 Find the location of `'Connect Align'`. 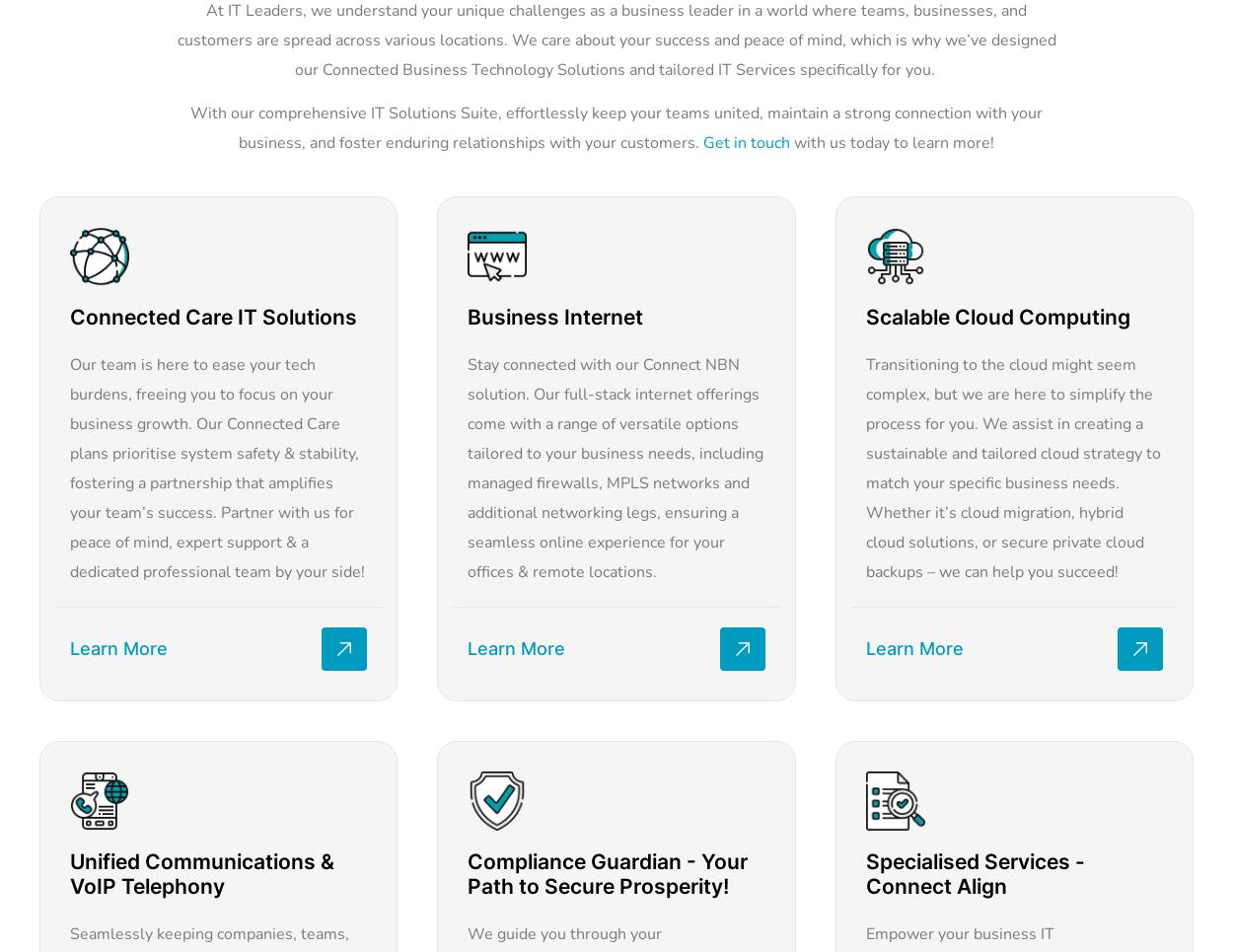

'Connect Align' is located at coordinates (934, 885).